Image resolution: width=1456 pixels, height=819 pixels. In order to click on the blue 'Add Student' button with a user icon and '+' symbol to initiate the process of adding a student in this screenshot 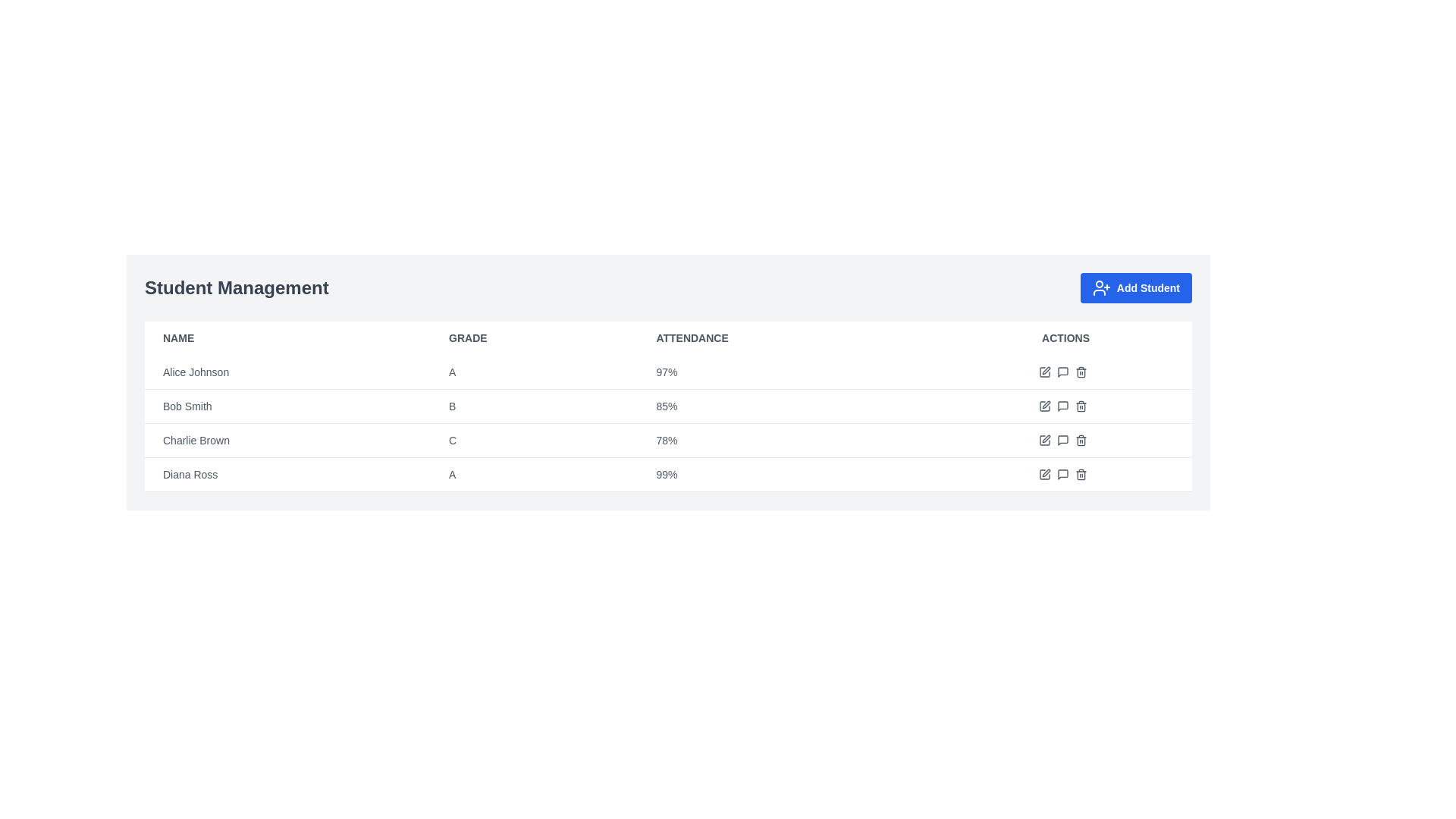, I will do `click(1136, 288)`.